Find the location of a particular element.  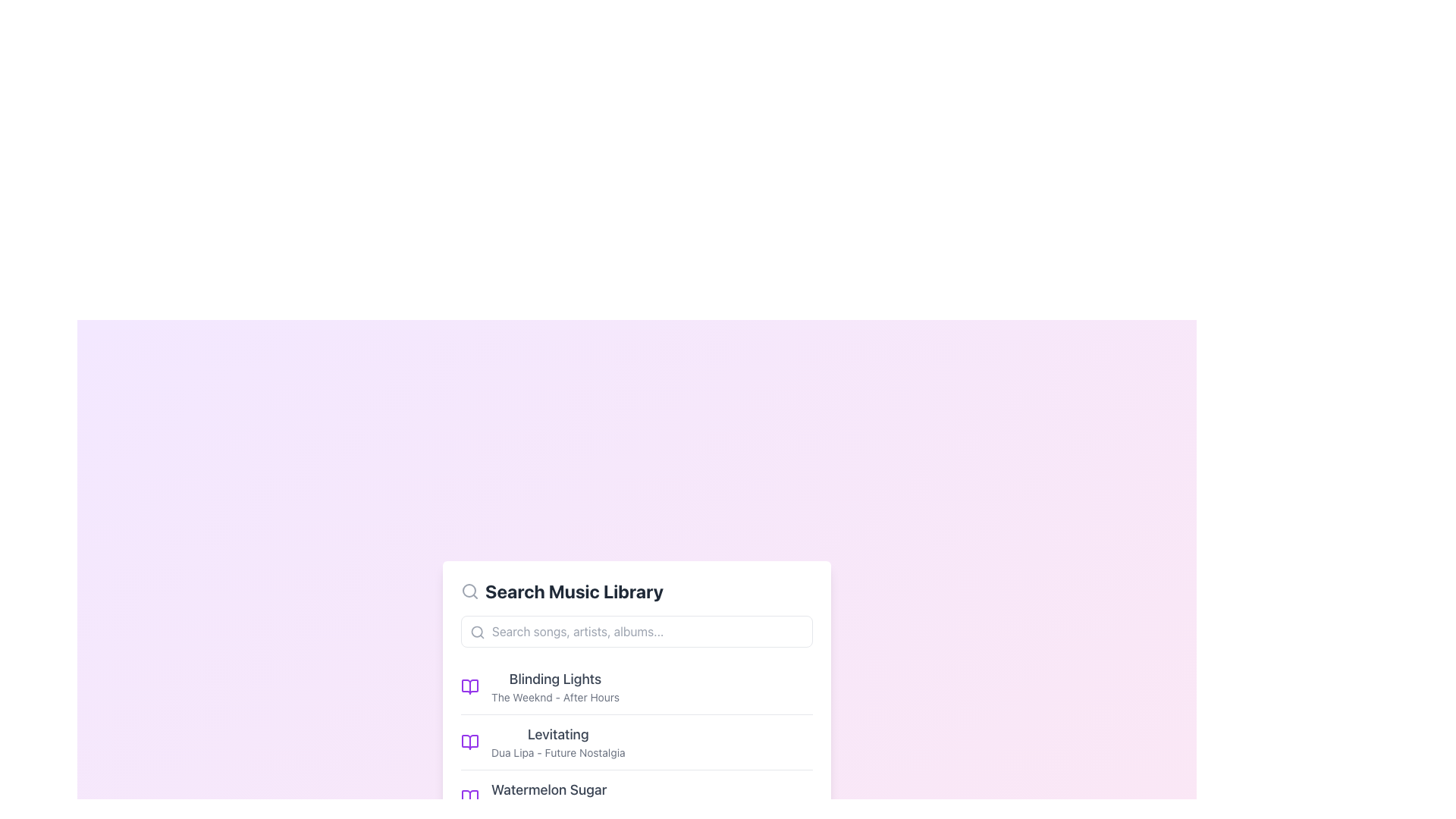

text content of the 'Blinding Lights' label, which is a bold title in medium gray color aligned to the left, located above 'The Weeknd - After Hours' is located at coordinates (554, 678).